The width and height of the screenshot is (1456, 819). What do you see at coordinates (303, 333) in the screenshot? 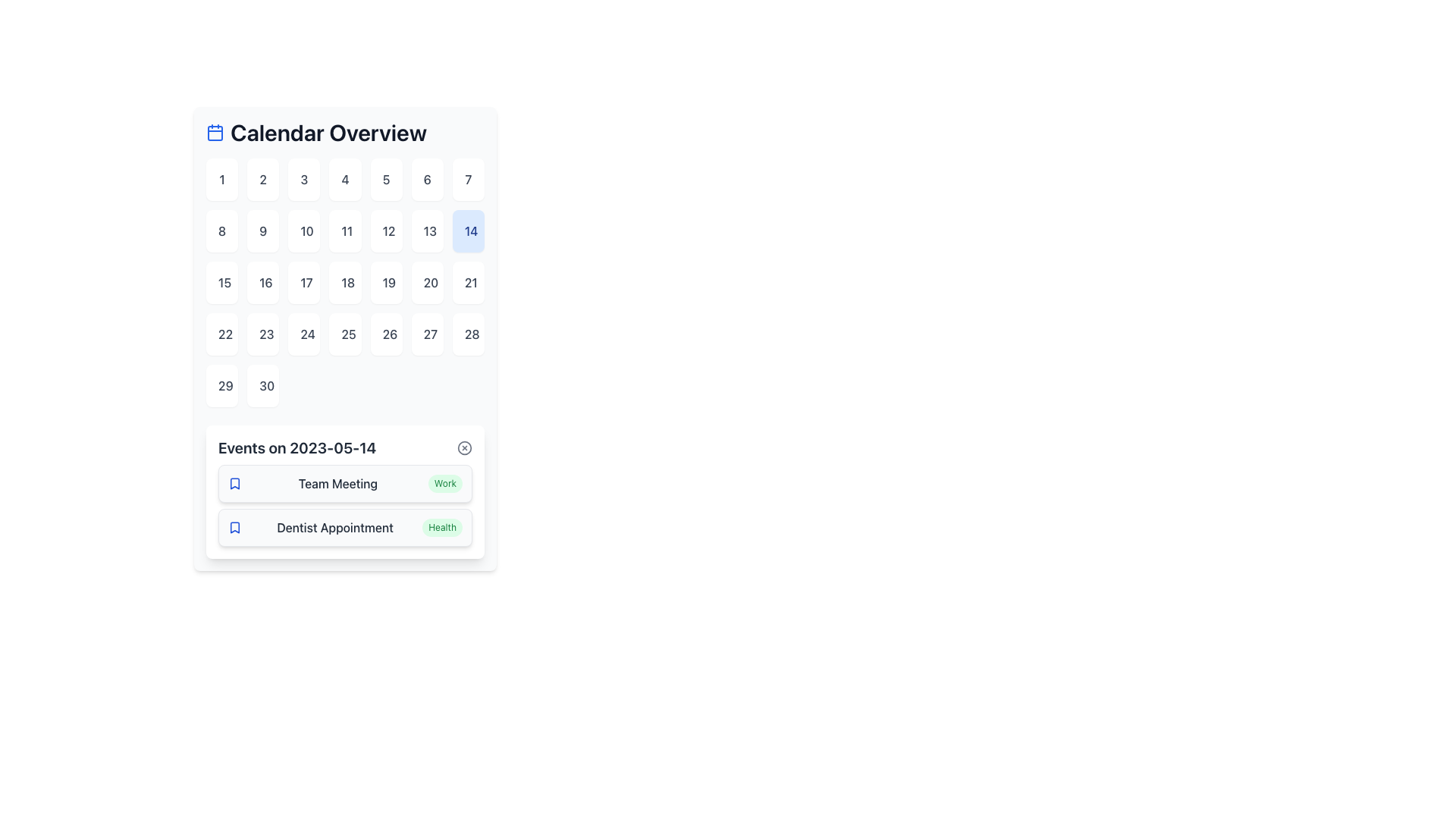
I see `the selectable date button in the calendar interface located in the fourth row and third column, which represents a date for viewing or adding events` at bounding box center [303, 333].